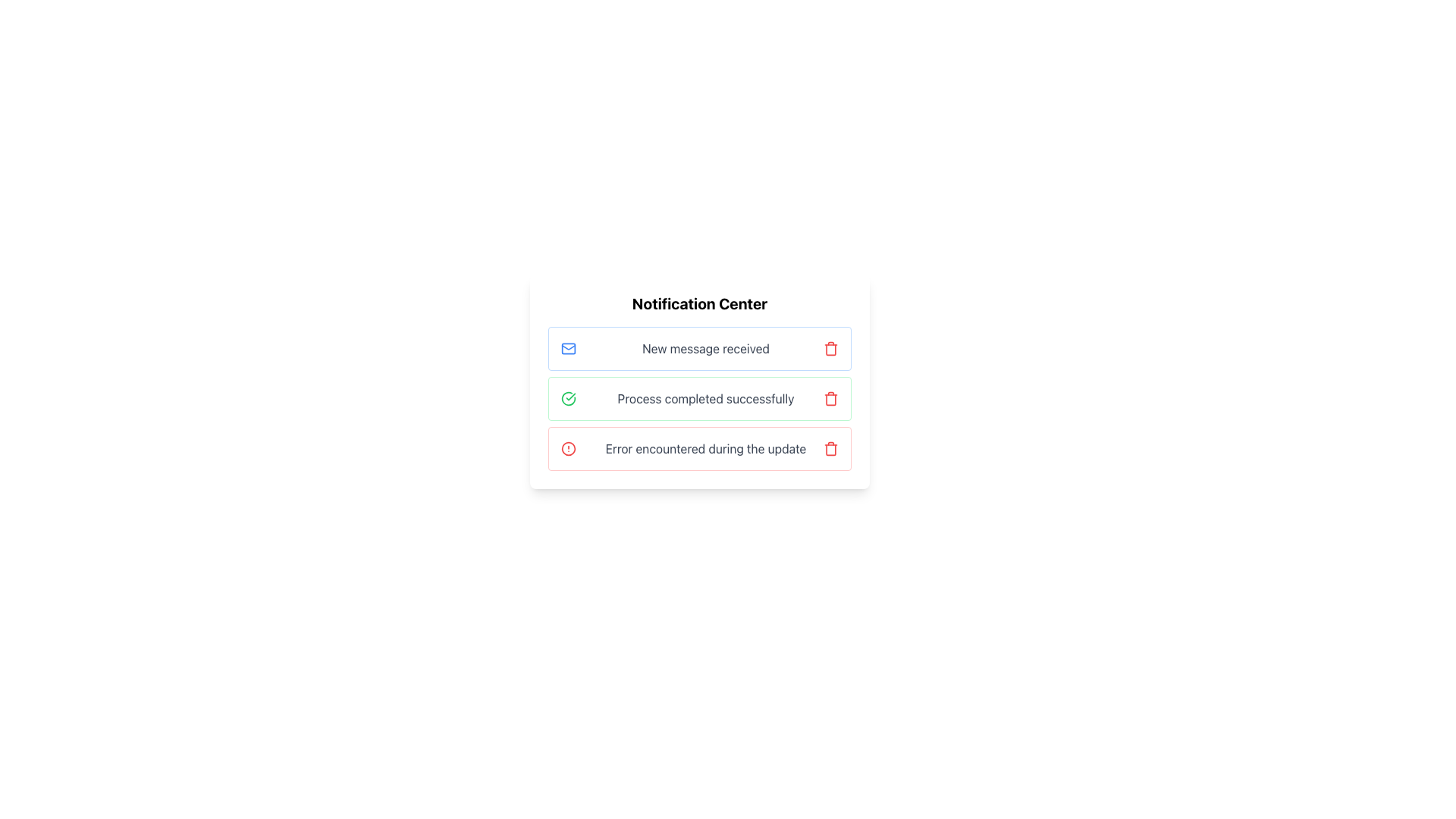 This screenshot has height=819, width=1456. What do you see at coordinates (830, 399) in the screenshot?
I see `the trash can base representation element in the Notification Center, which indicates the delete option for the 'Process completed successfully' notification` at bounding box center [830, 399].